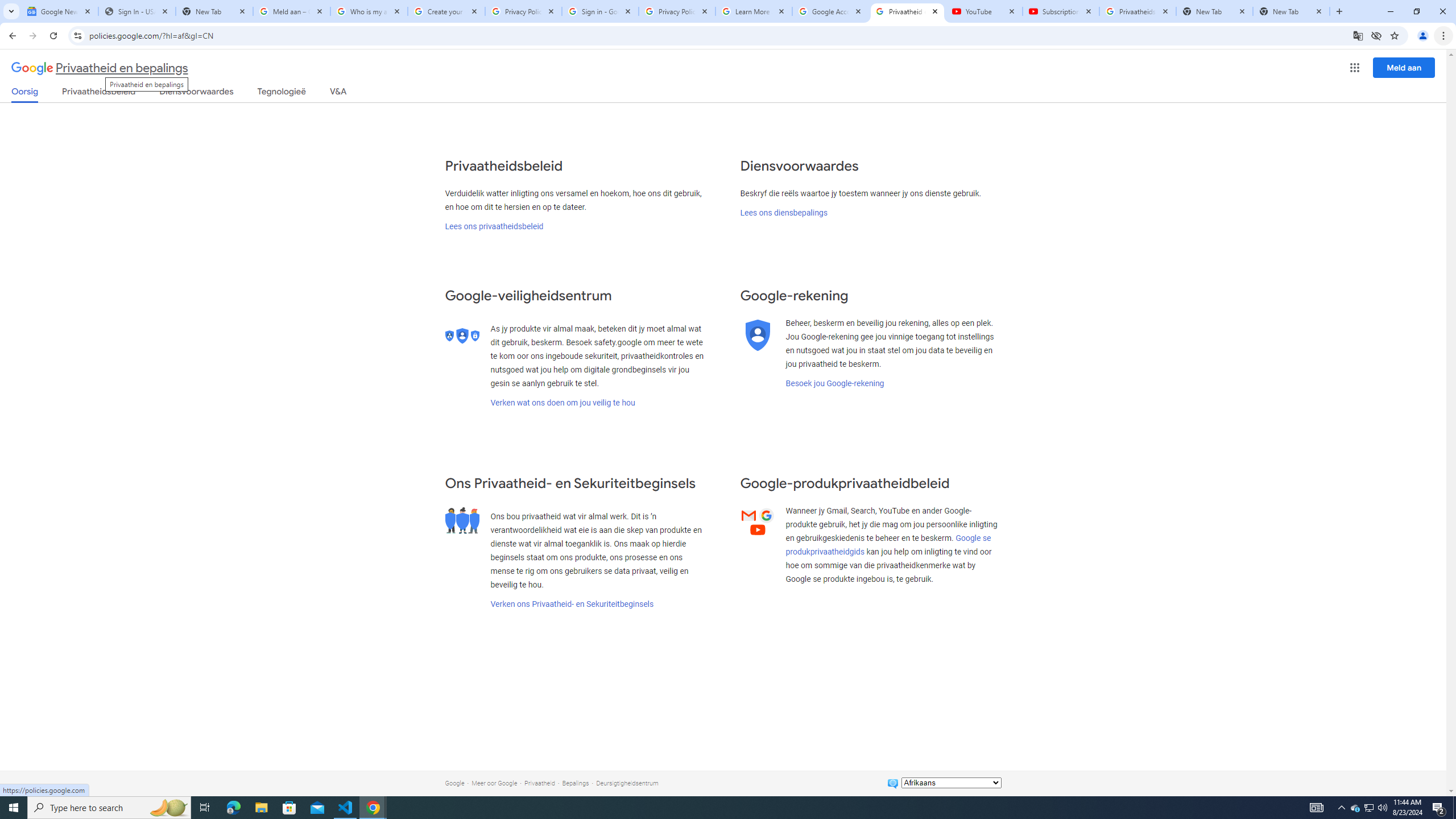 The height and width of the screenshot is (819, 1456). Describe the element at coordinates (1291, 11) in the screenshot. I see `'New Tab'` at that location.